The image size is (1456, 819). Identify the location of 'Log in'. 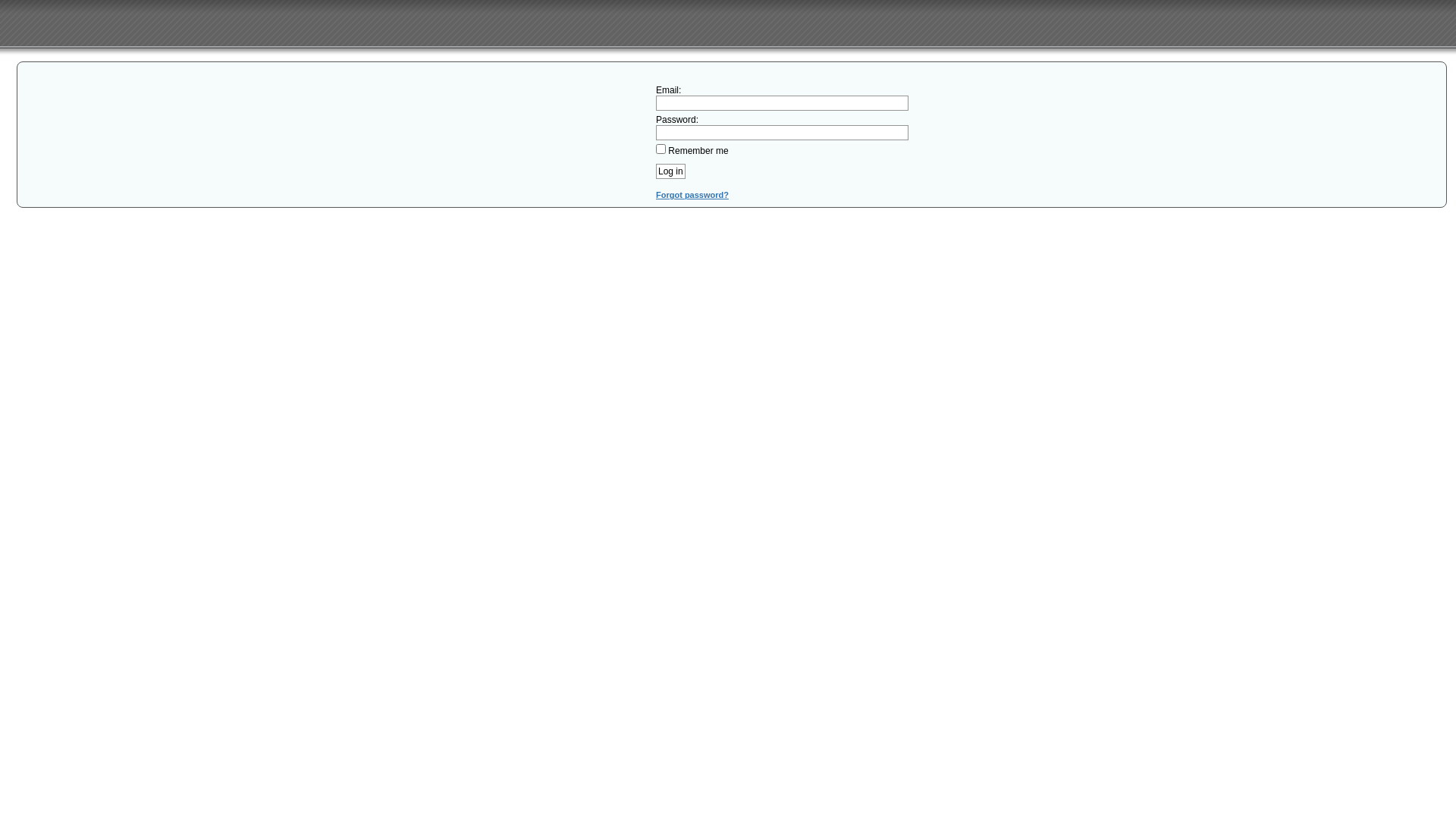
(655, 171).